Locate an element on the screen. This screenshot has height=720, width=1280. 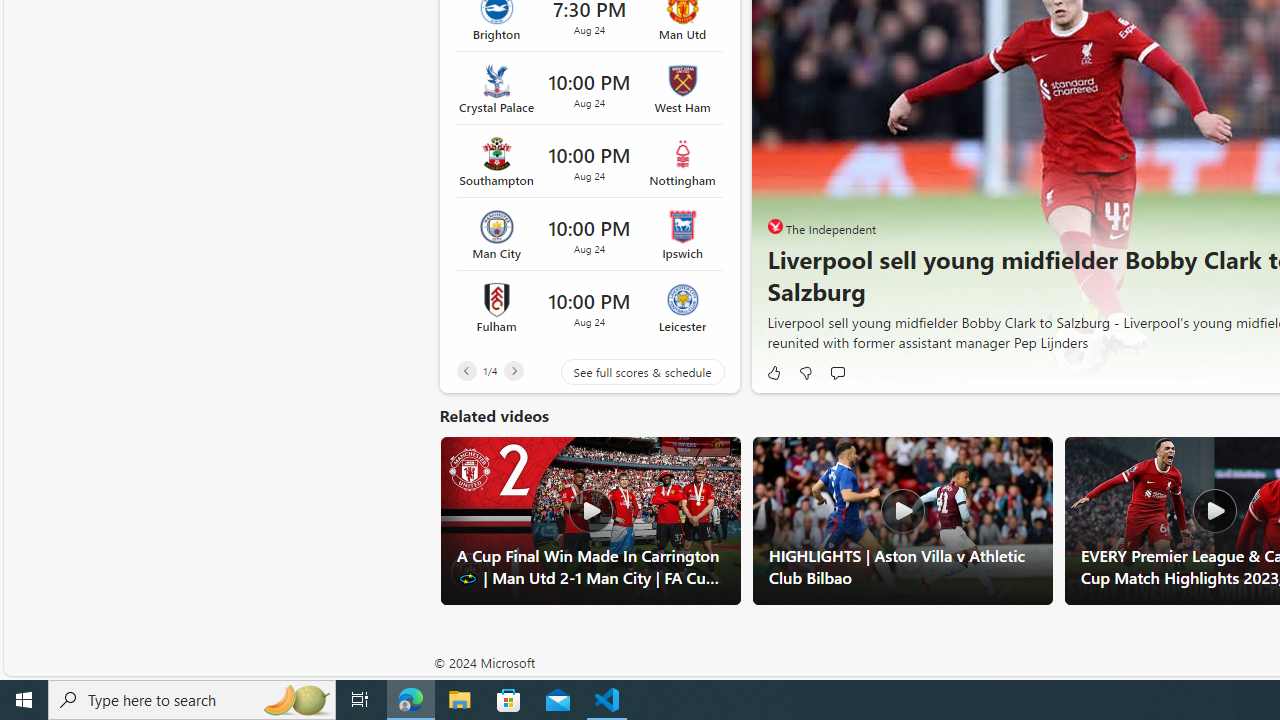
'Southampton vs Nottingham Time 10:00 PM Date Aug 24' is located at coordinates (588, 161).